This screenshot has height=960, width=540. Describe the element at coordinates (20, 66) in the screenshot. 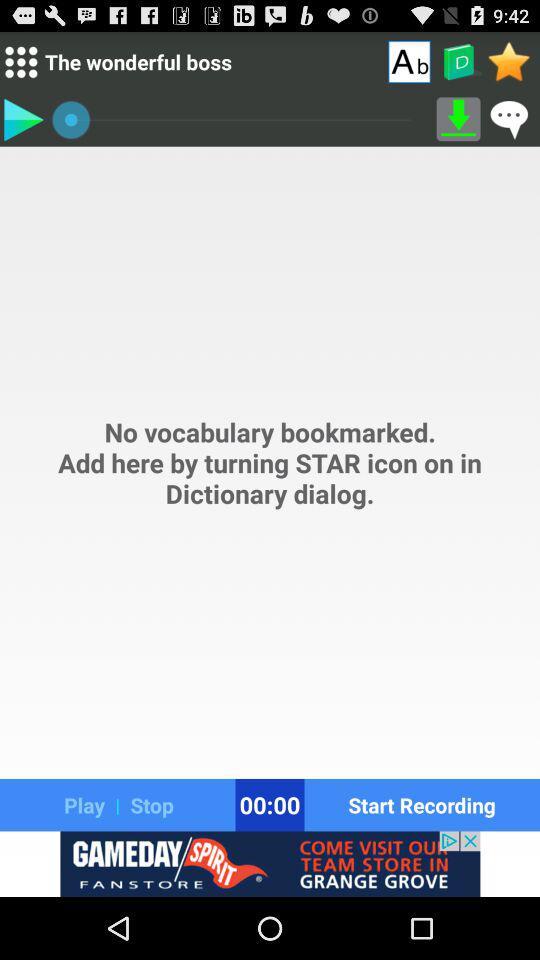

I see `the dialpad icon` at that location.